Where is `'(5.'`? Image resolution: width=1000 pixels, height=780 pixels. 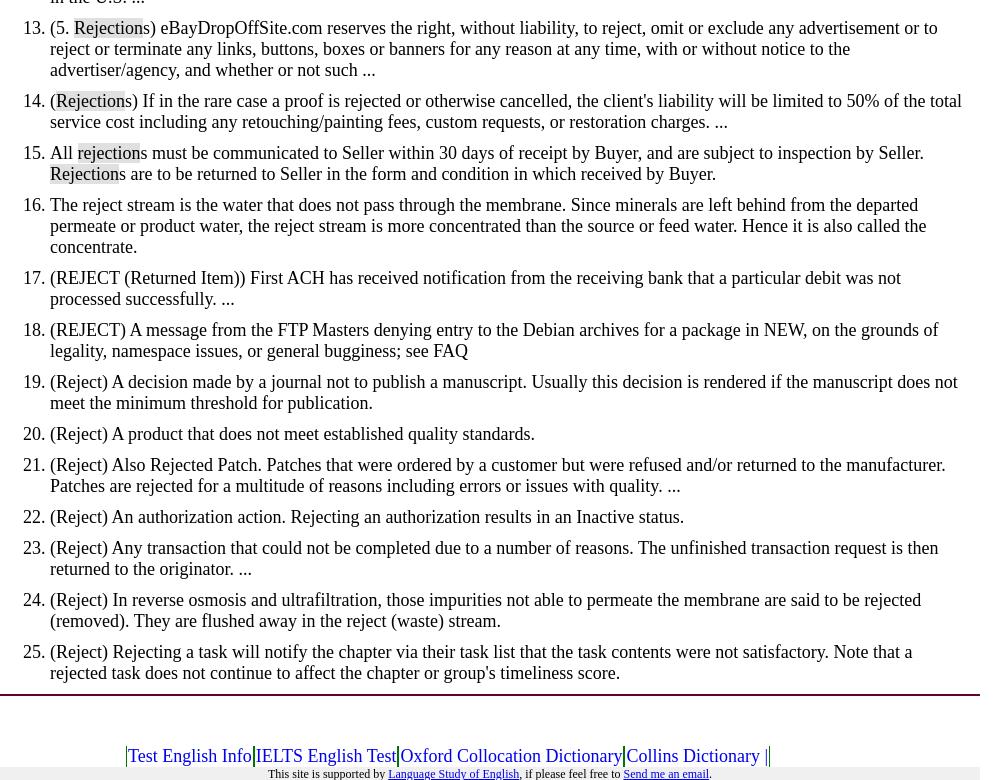 '(5.' is located at coordinates (62, 28).